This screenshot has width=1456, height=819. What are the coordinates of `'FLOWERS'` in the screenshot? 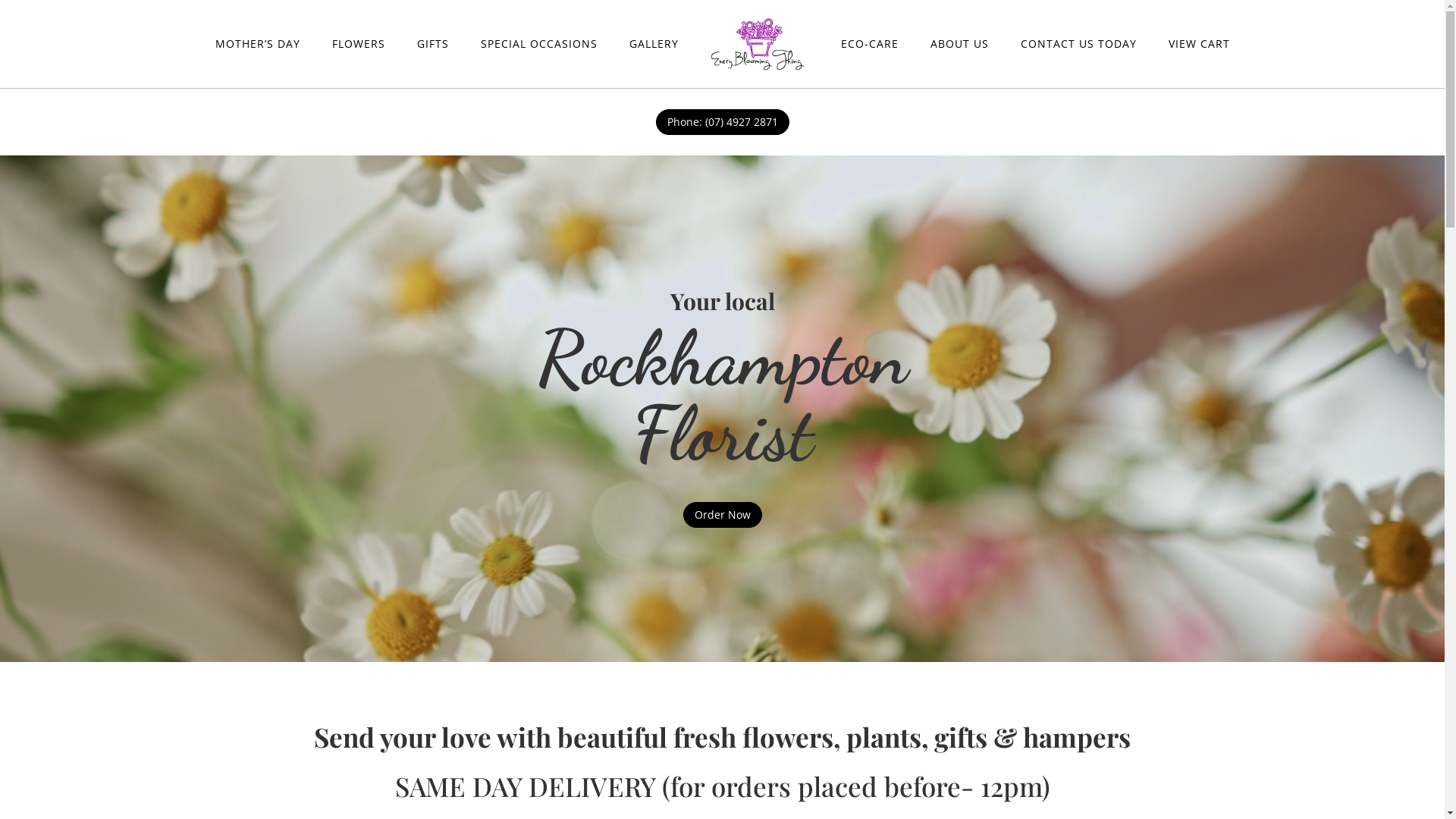 It's located at (358, 42).